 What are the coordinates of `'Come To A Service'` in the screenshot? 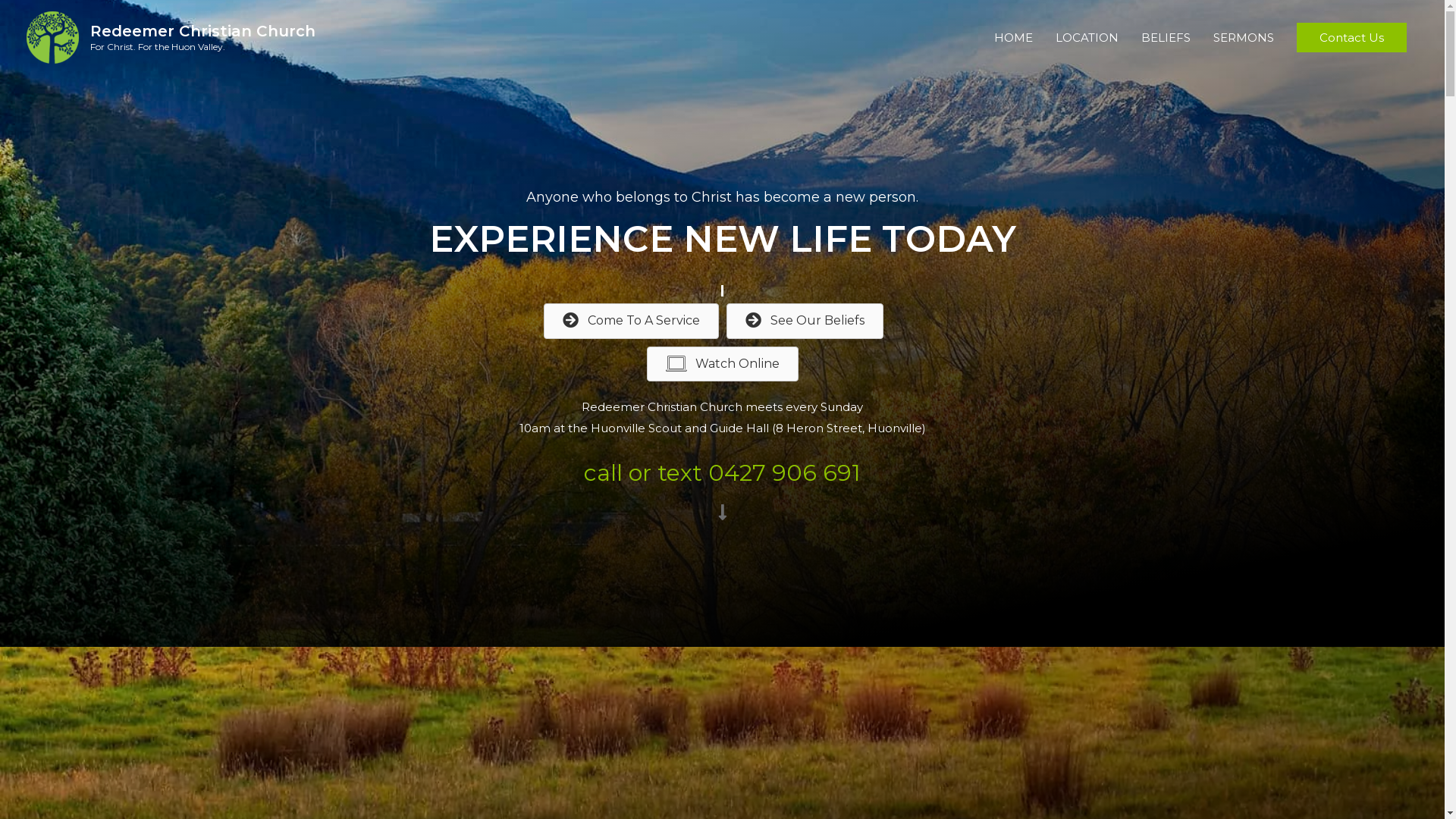 It's located at (630, 320).